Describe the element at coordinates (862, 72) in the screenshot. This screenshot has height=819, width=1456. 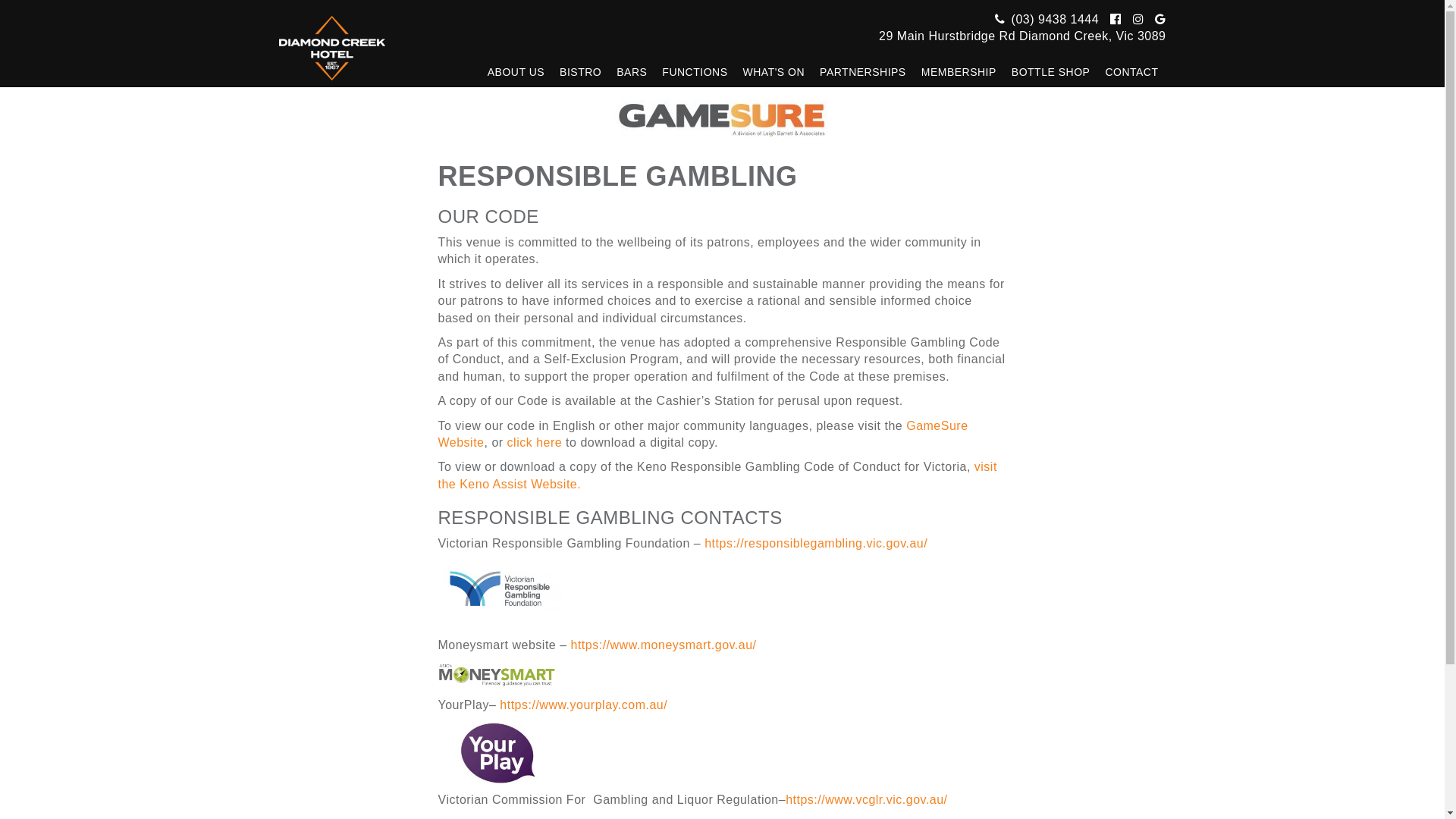
I see `'PARTNERSHIPS'` at that location.